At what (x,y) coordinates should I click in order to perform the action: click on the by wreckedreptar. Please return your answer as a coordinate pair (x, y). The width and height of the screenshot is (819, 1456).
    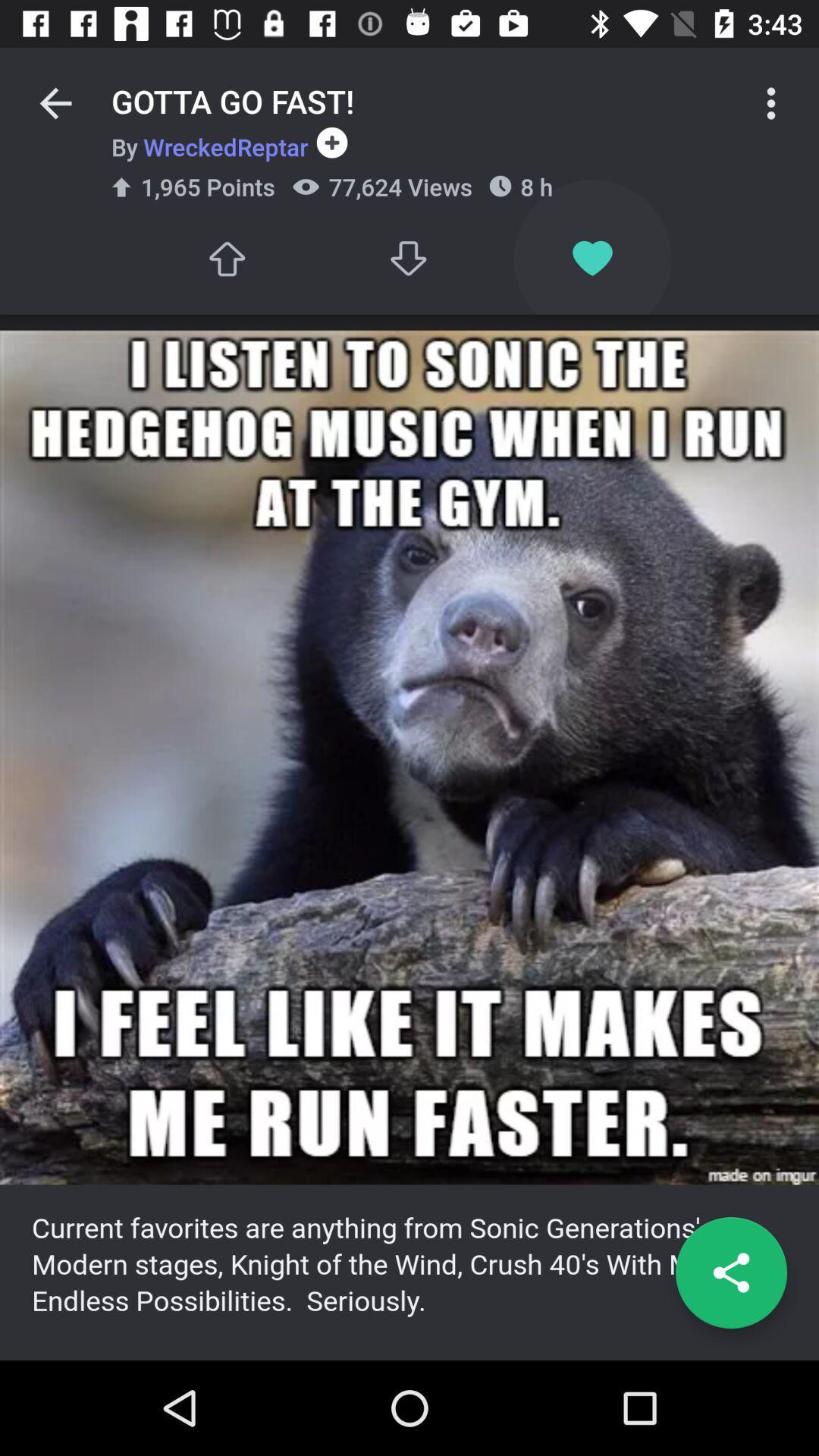
    Looking at the image, I should click on (209, 146).